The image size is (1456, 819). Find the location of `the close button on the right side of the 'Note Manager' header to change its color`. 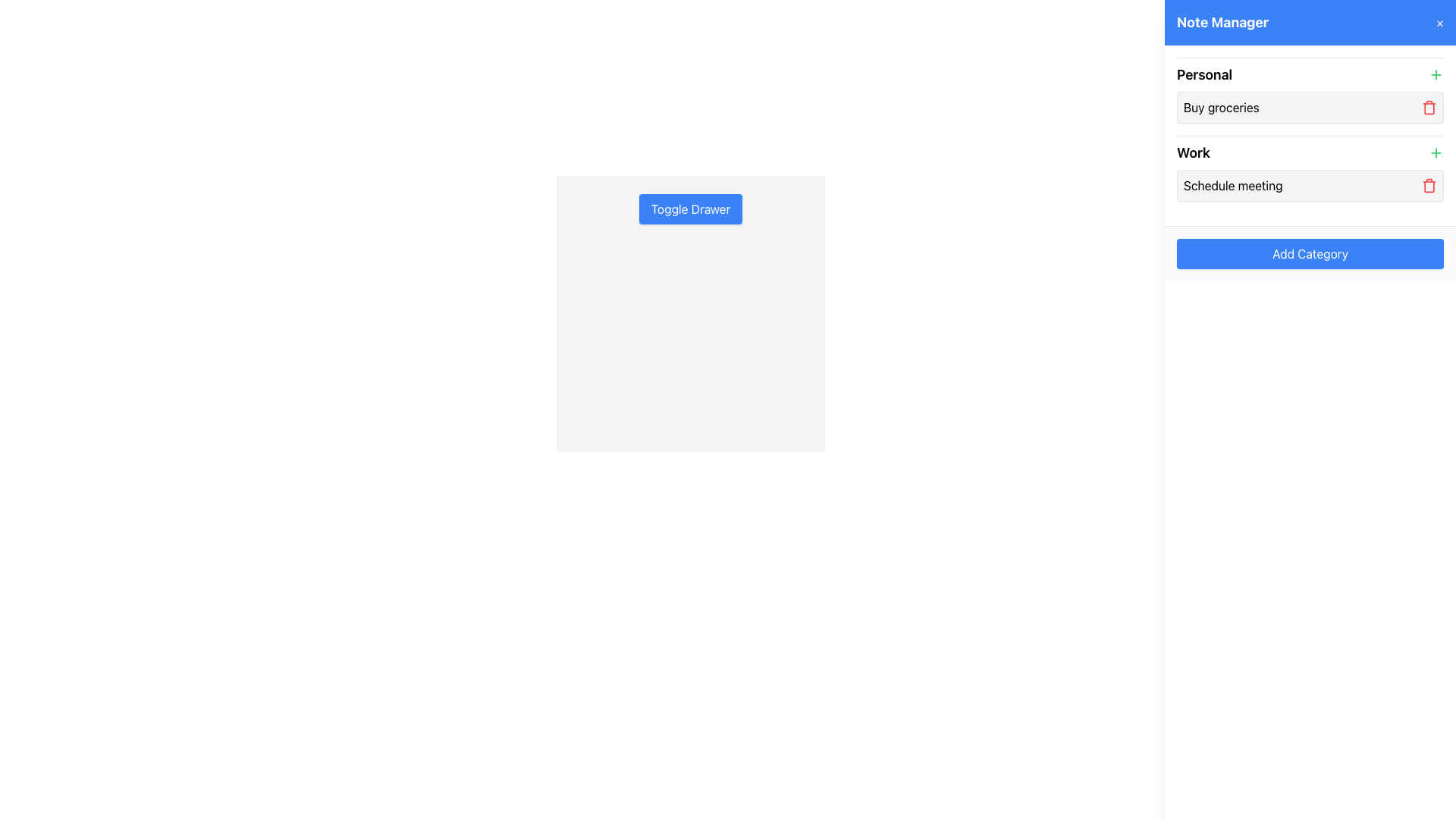

the close button on the right side of the 'Note Manager' header to change its color is located at coordinates (1439, 23).